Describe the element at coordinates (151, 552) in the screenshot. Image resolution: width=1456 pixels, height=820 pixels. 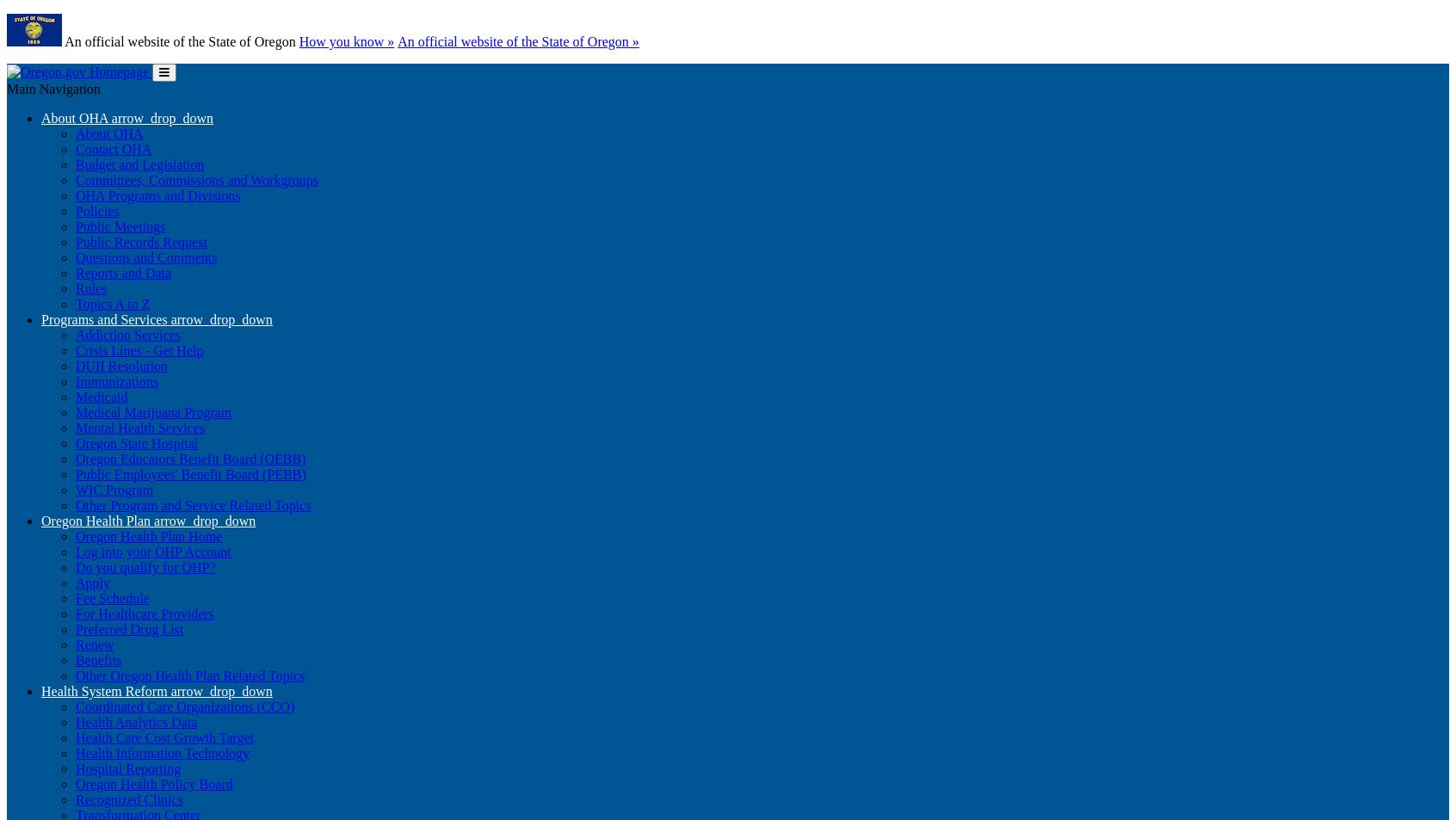
I see `'Log into your OHP Account'` at that location.